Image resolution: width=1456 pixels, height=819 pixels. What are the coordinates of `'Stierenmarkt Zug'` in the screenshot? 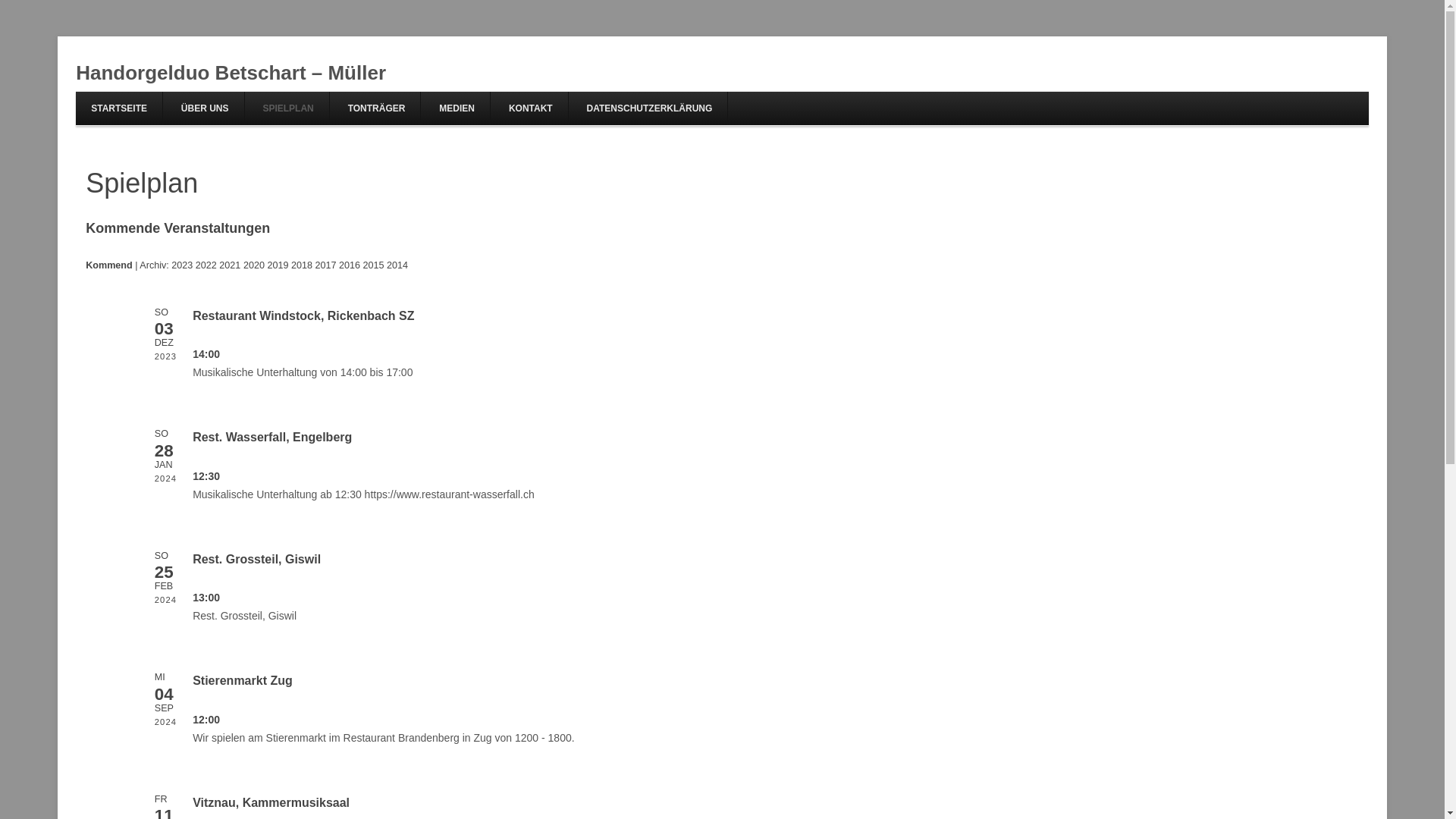 It's located at (243, 679).